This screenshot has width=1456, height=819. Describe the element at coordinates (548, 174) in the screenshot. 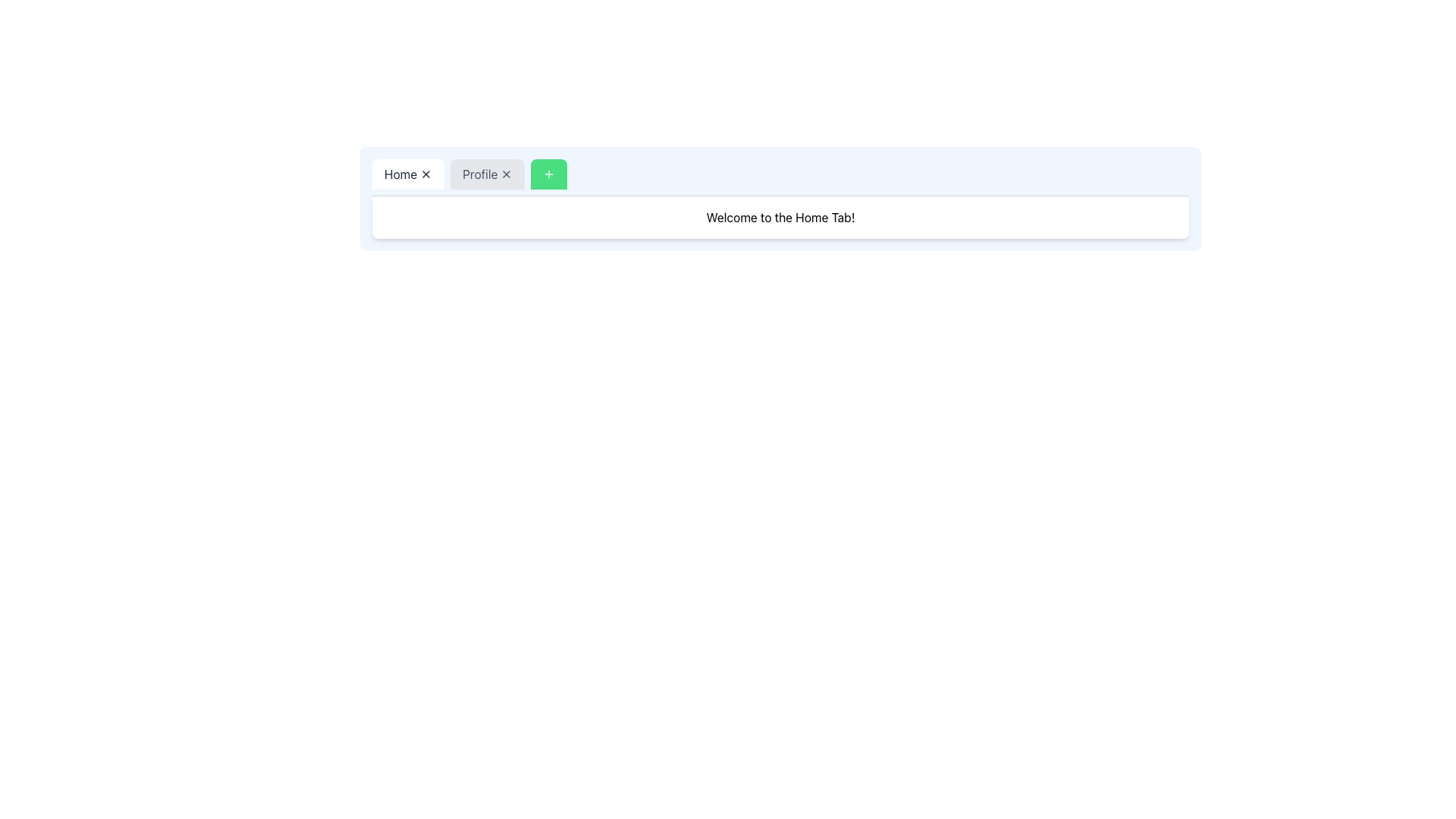

I see `the icon within the green button located at the far-right end of the top navigation bar to initiate an action` at that location.